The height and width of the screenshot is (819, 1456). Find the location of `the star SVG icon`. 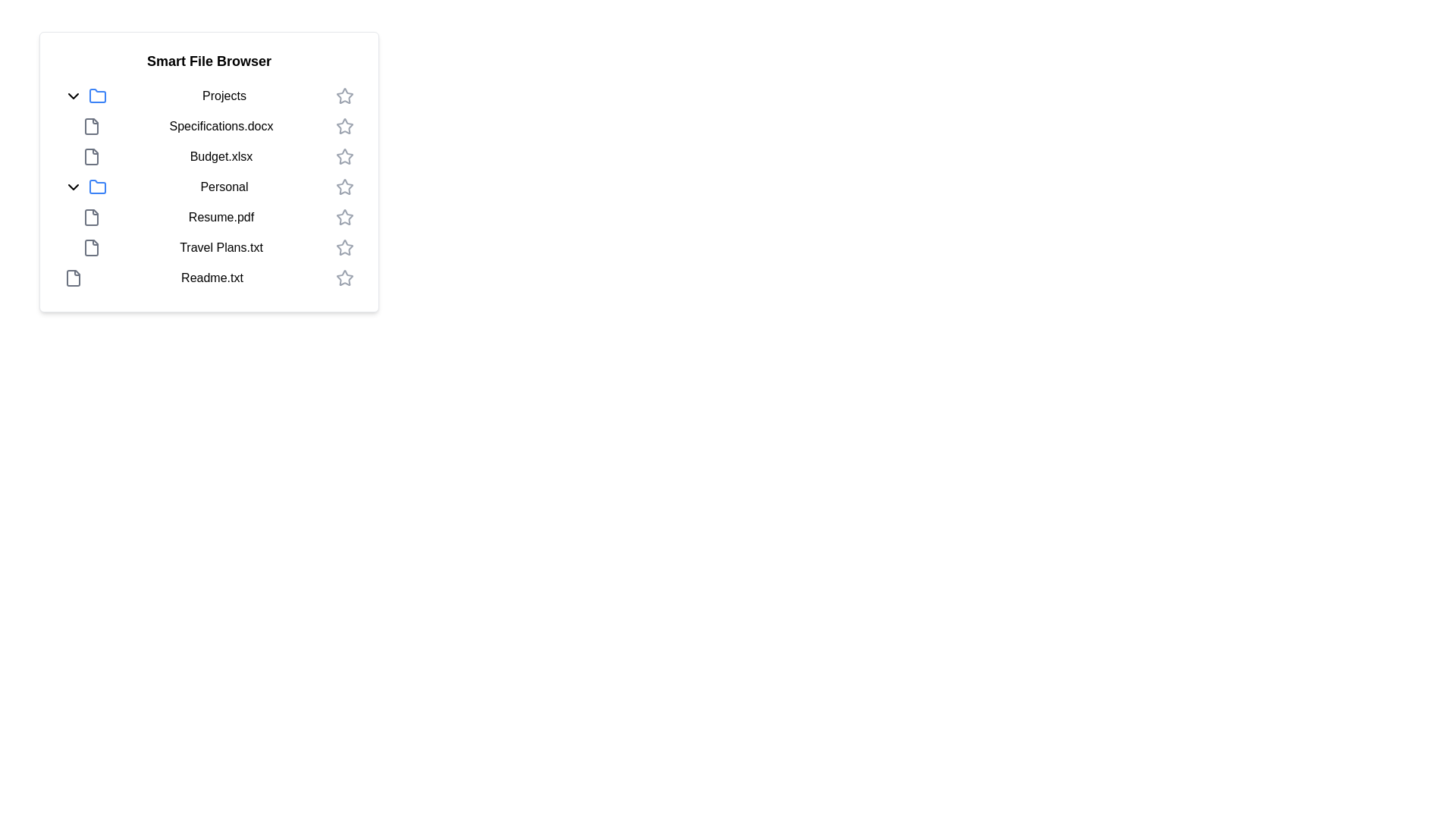

the star SVG icon is located at coordinates (344, 157).